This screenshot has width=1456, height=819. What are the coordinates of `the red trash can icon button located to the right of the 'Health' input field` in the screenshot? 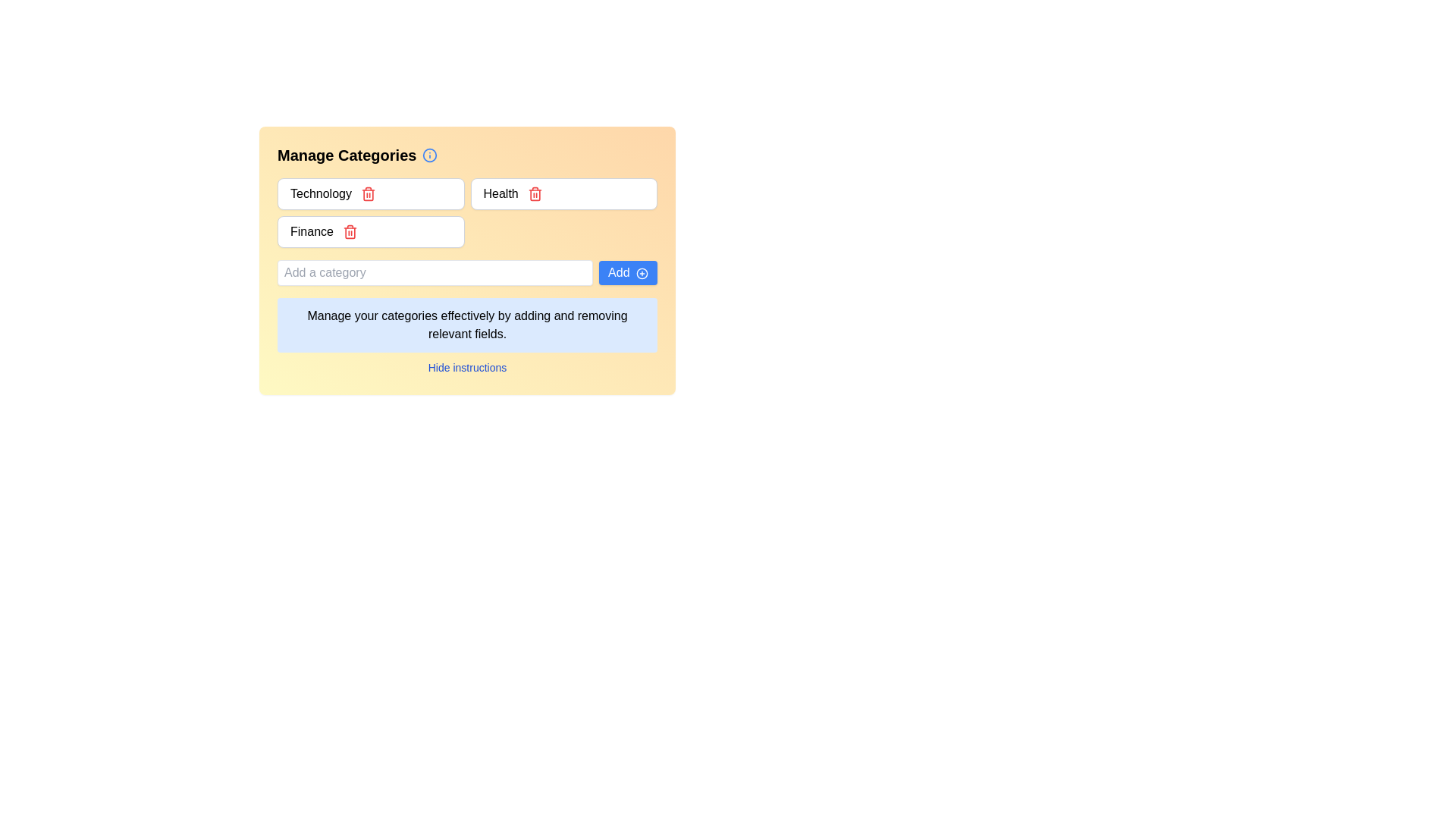 It's located at (535, 193).